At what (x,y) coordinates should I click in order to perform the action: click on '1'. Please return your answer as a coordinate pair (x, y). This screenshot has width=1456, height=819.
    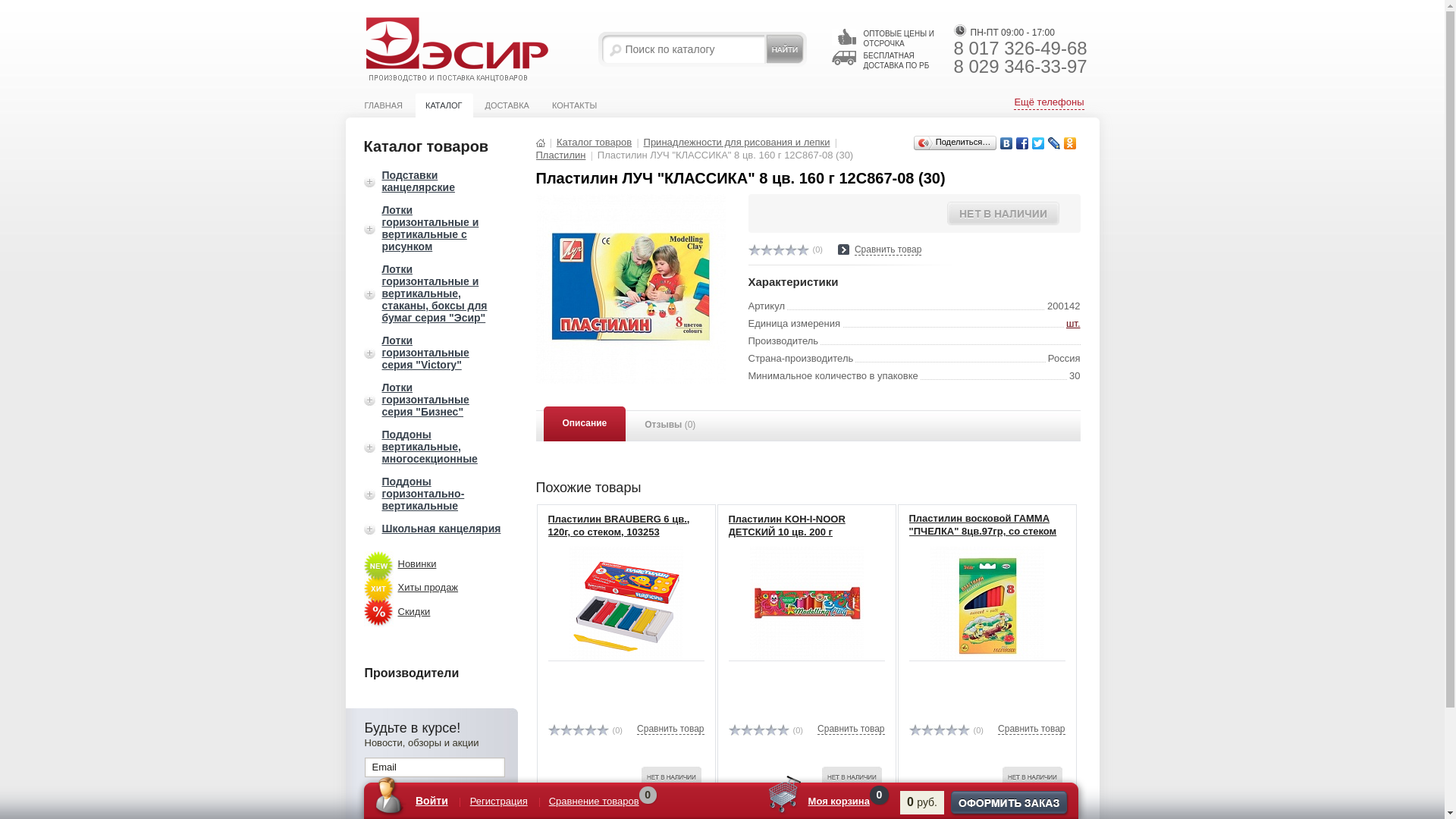
    Looking at the image, I should click on (753, 249).